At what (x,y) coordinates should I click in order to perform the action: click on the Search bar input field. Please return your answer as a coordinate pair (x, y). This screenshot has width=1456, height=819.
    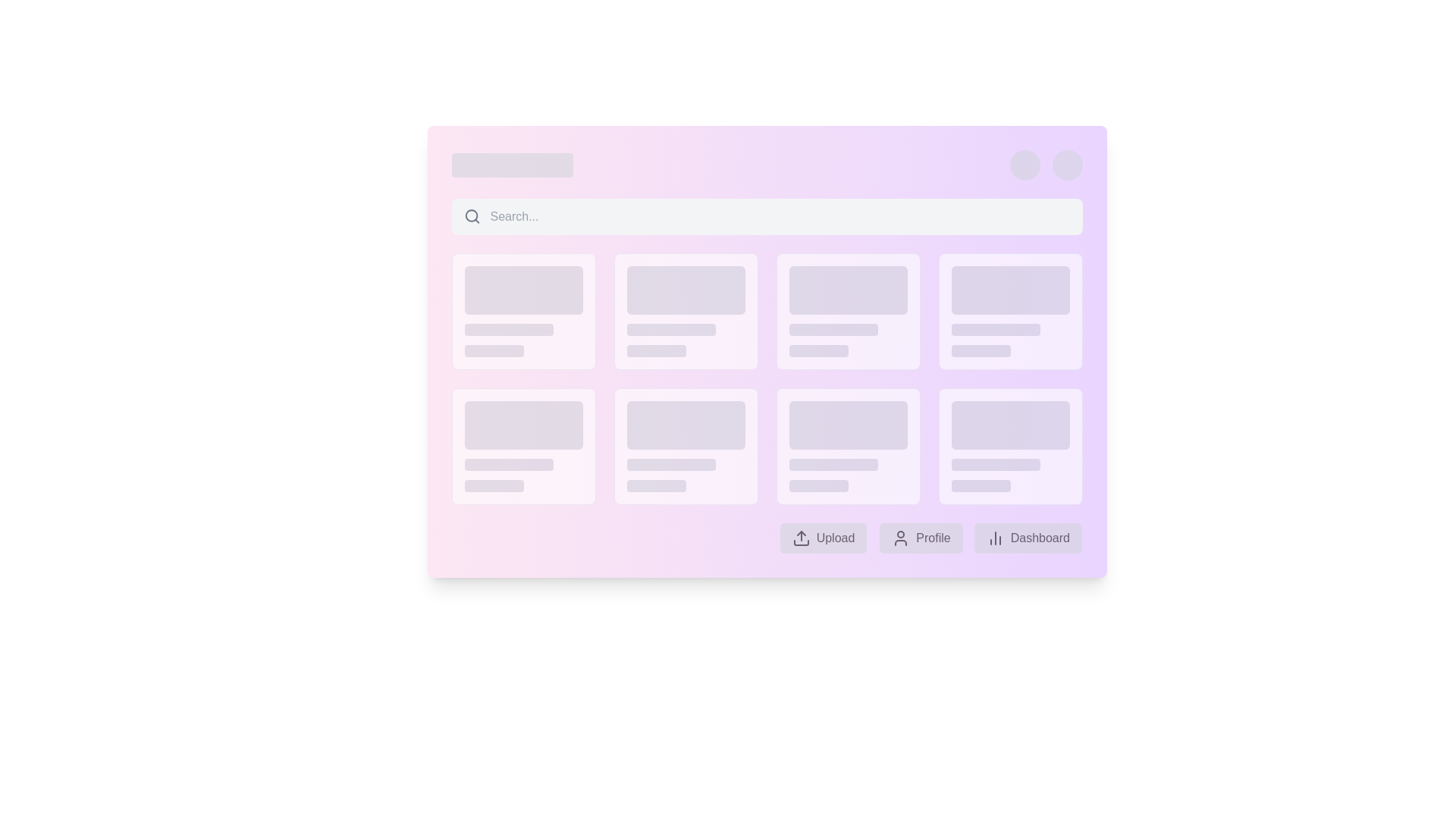
    Looking at the image, I should click on (767, 216).